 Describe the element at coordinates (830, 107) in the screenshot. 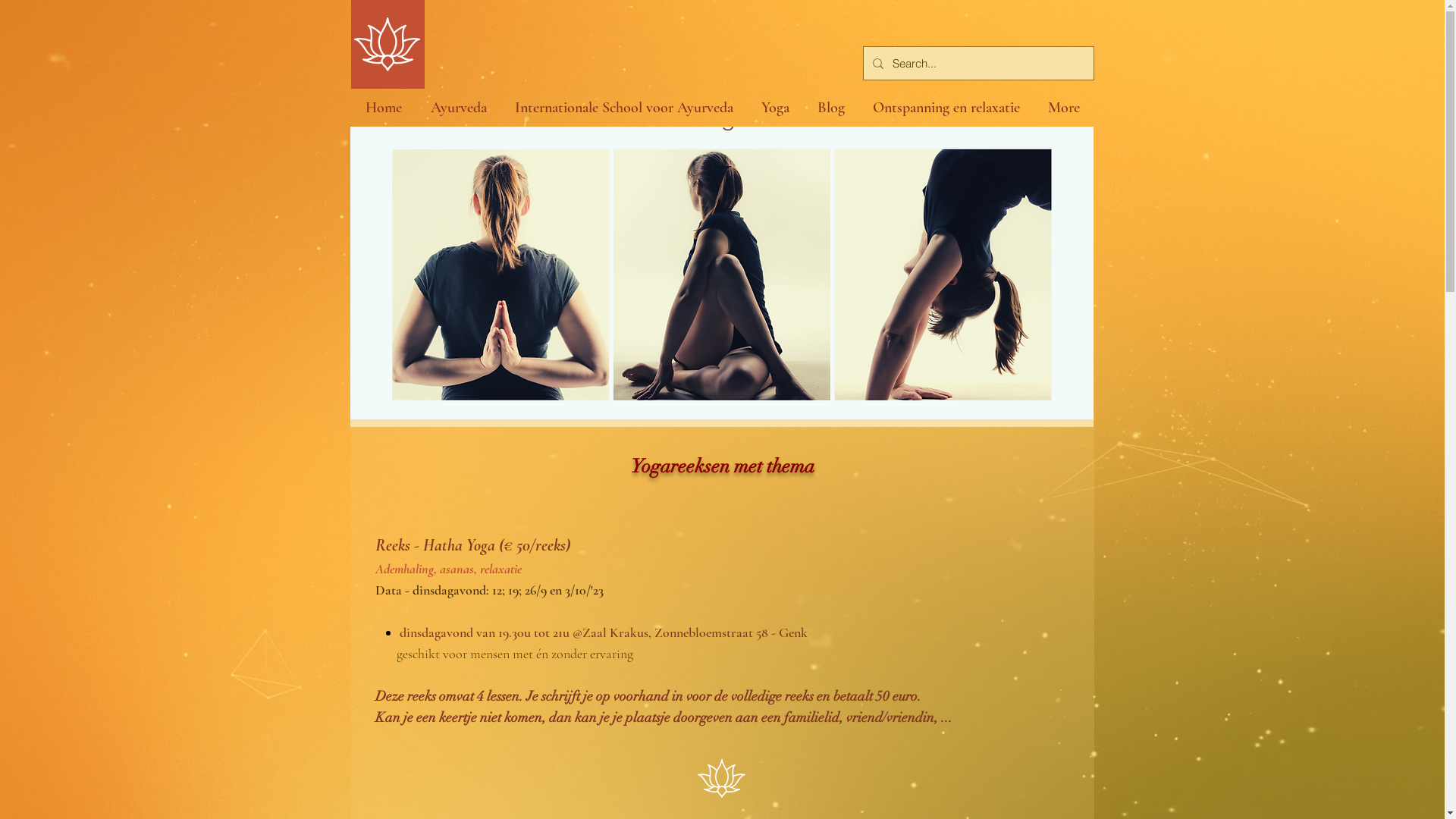

I see `'Blog'` at that location.